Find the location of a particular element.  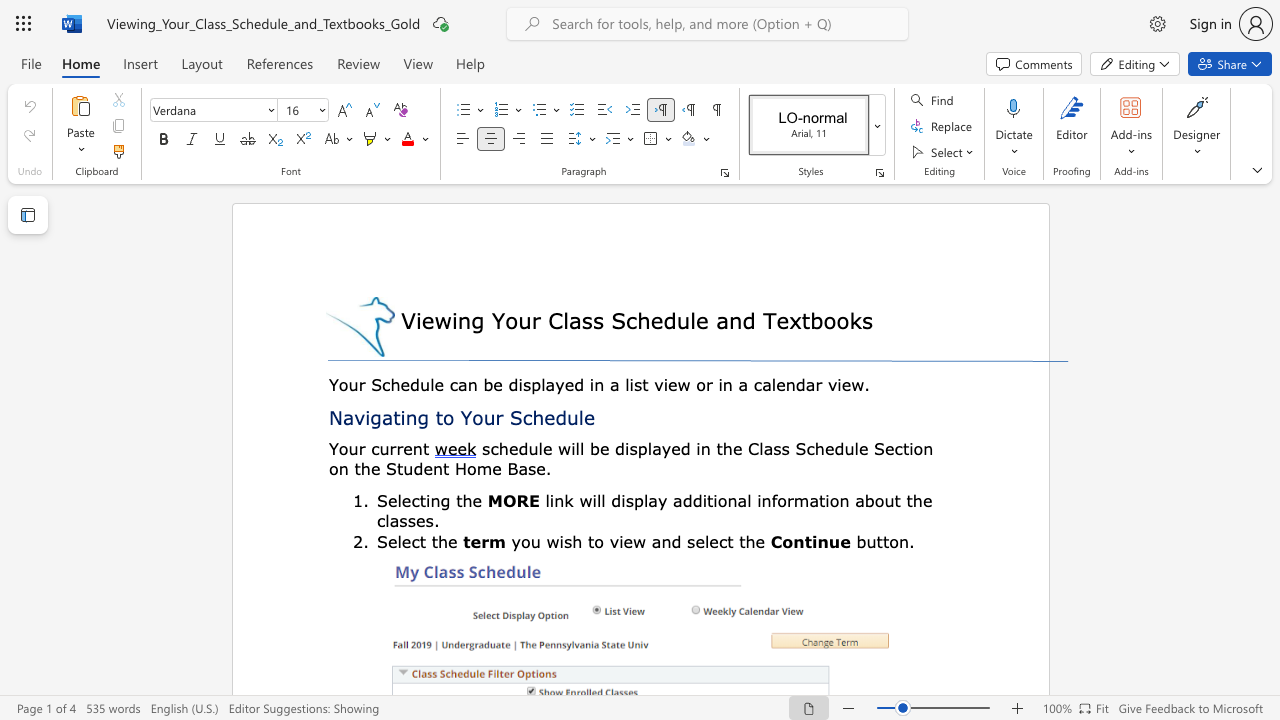

the subset text "elect the" within the text "Select the" is located at coordinates (387, 541).